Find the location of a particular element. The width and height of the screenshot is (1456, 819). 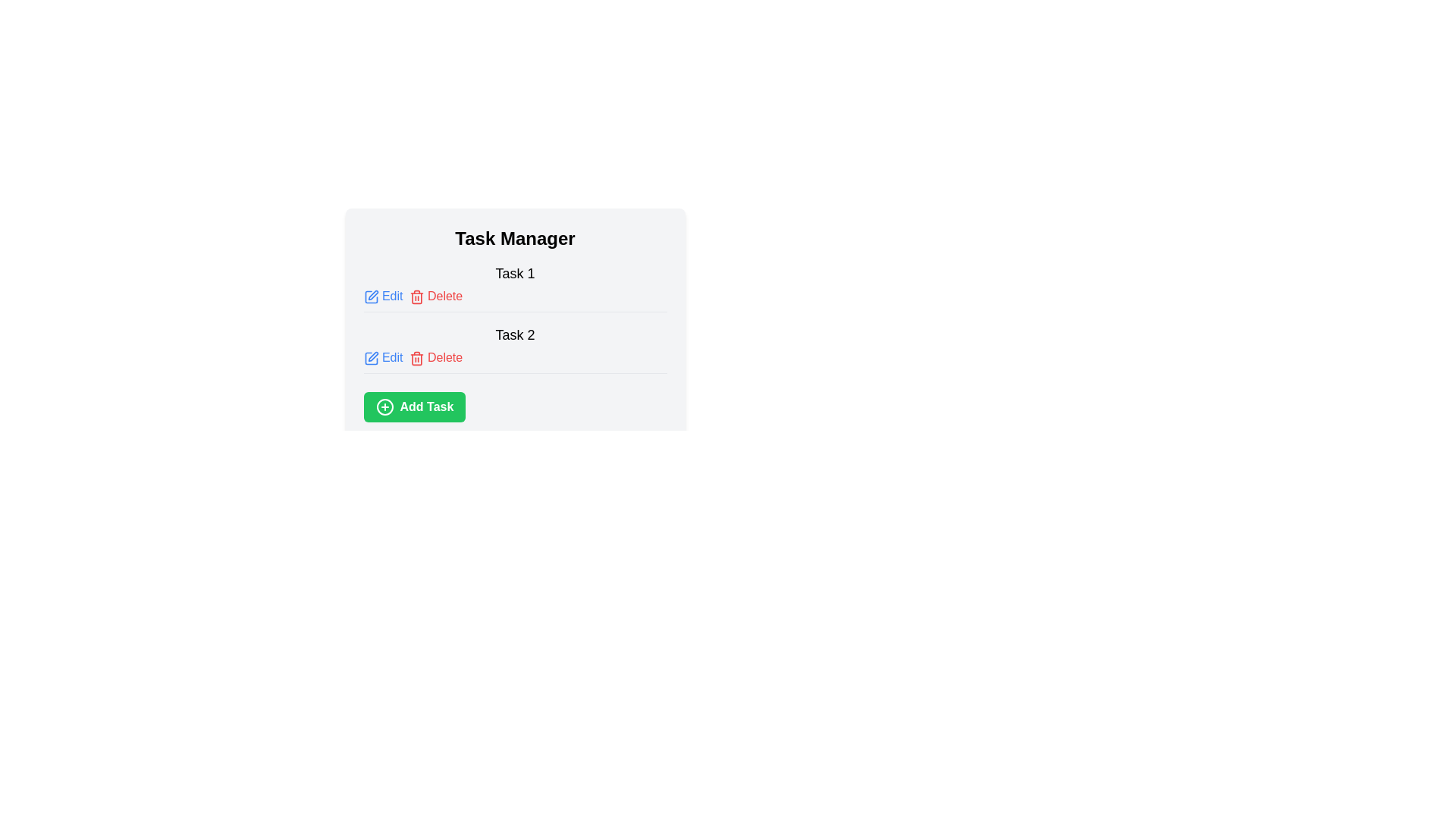

the trash bin icon, which is a vertical rectangular shape with clean borders located next to the 'Delete' labels in the Task Manager interface is located at coordinates (416, 298).